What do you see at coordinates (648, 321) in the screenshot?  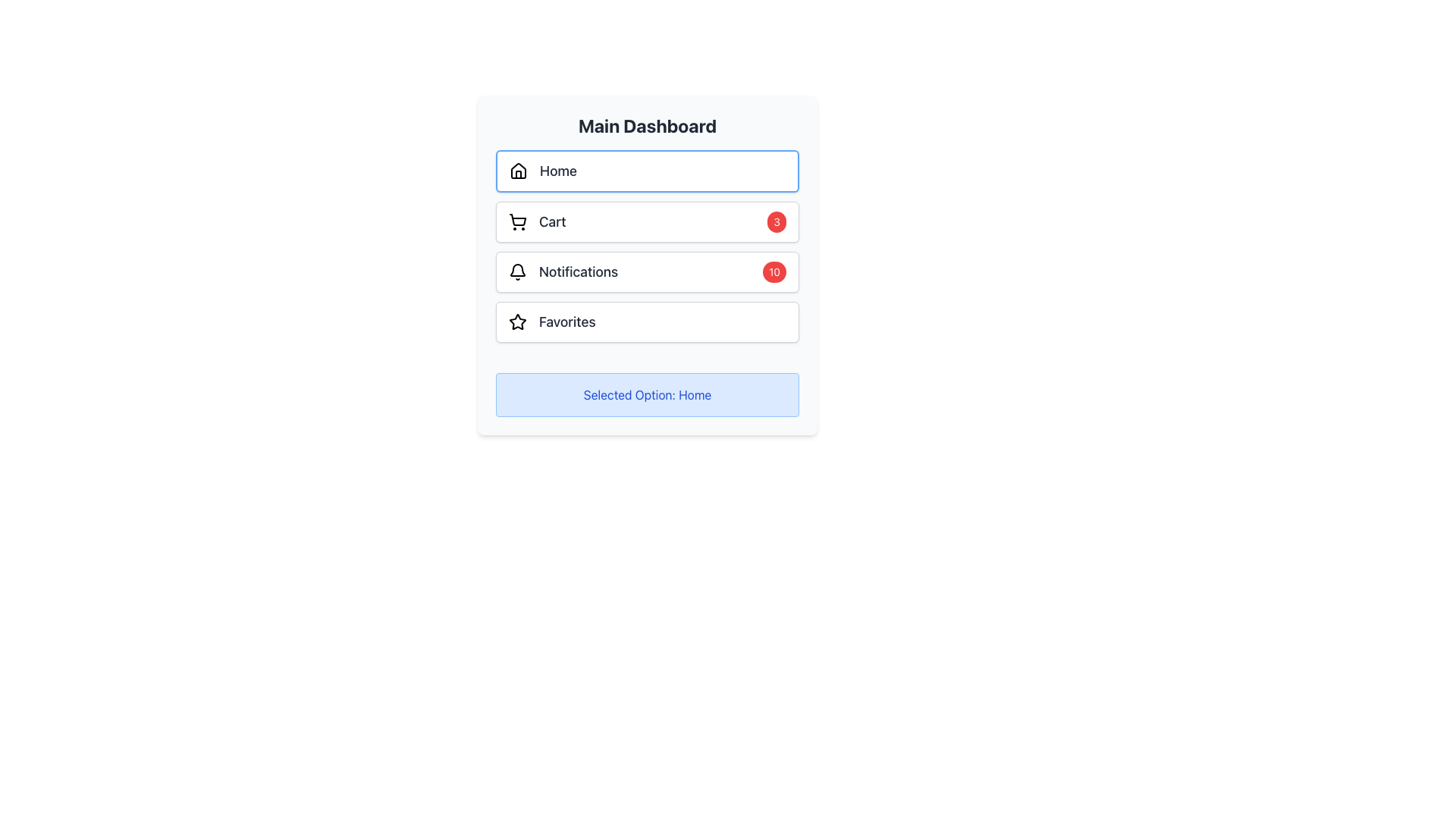 I see `the 'Favorites' button, which is the last option in a vertical list` at bounding box center [648, 321].